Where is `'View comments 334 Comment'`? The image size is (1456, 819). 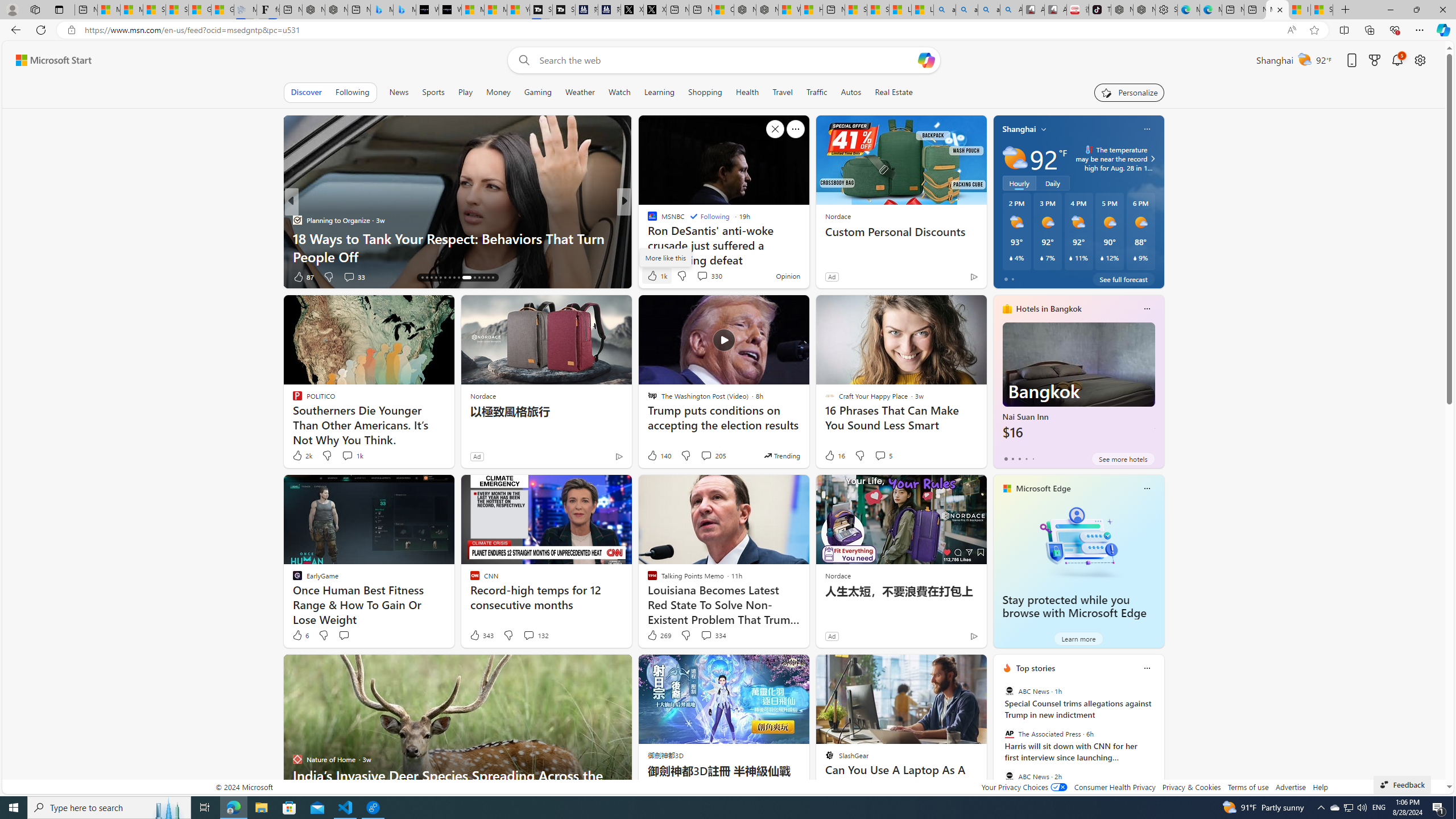
'View comments 334 Comment' is located at coordinates (713, 634).